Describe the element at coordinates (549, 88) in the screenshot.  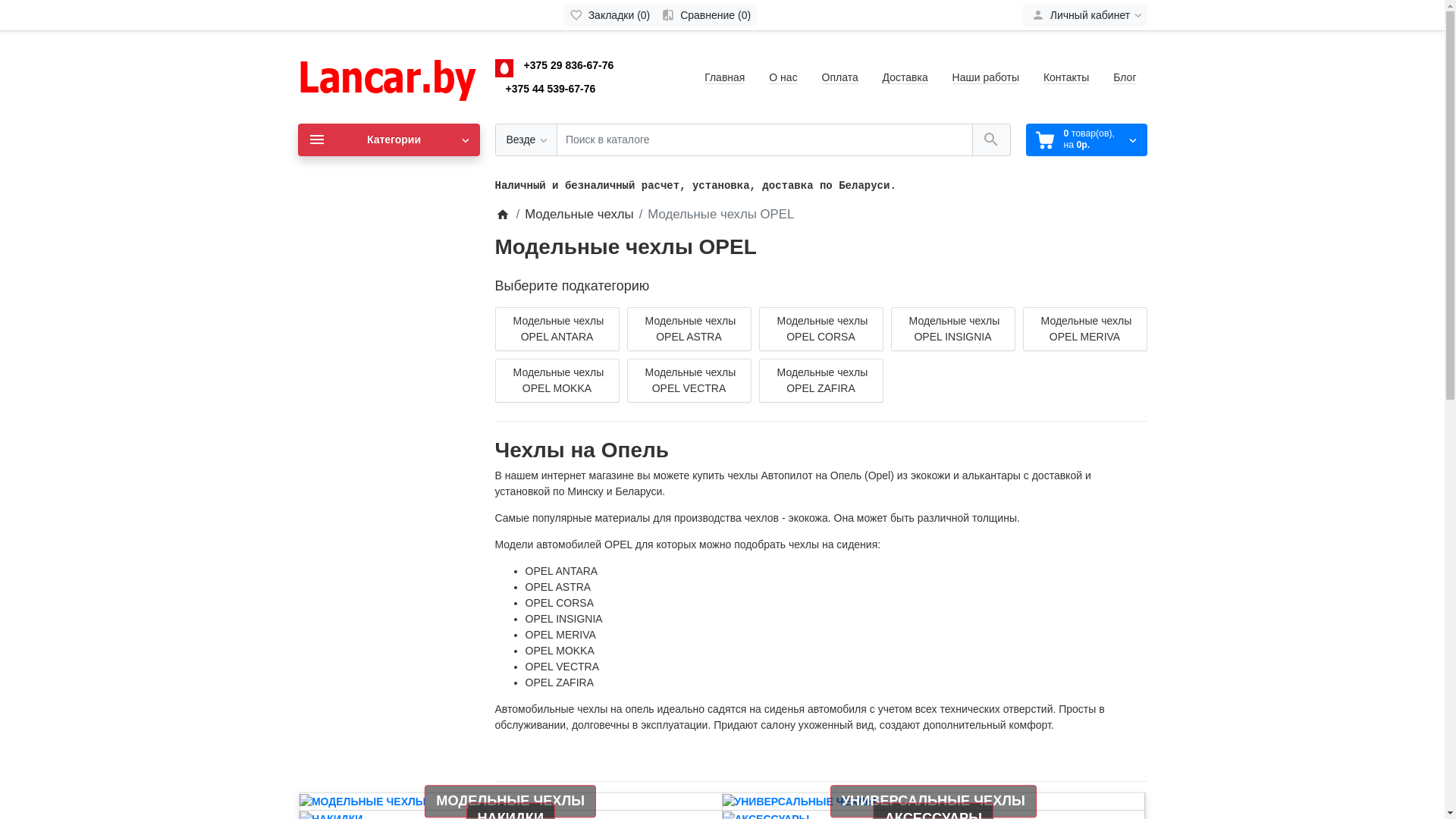
I see `'+375 44 539-67-76'` at that location.